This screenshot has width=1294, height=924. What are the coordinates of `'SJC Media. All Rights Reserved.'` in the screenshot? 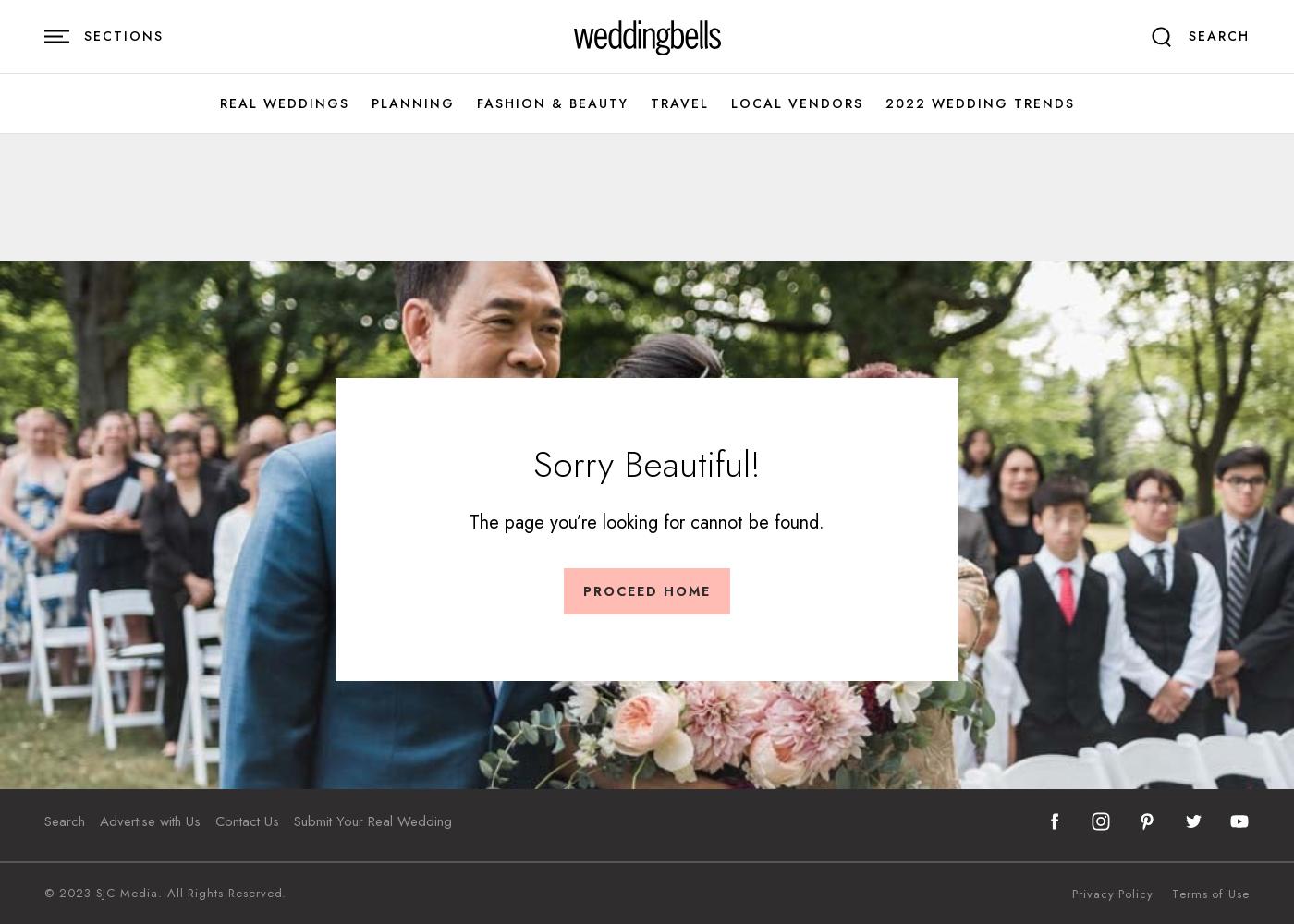 It's located at (188, 892).